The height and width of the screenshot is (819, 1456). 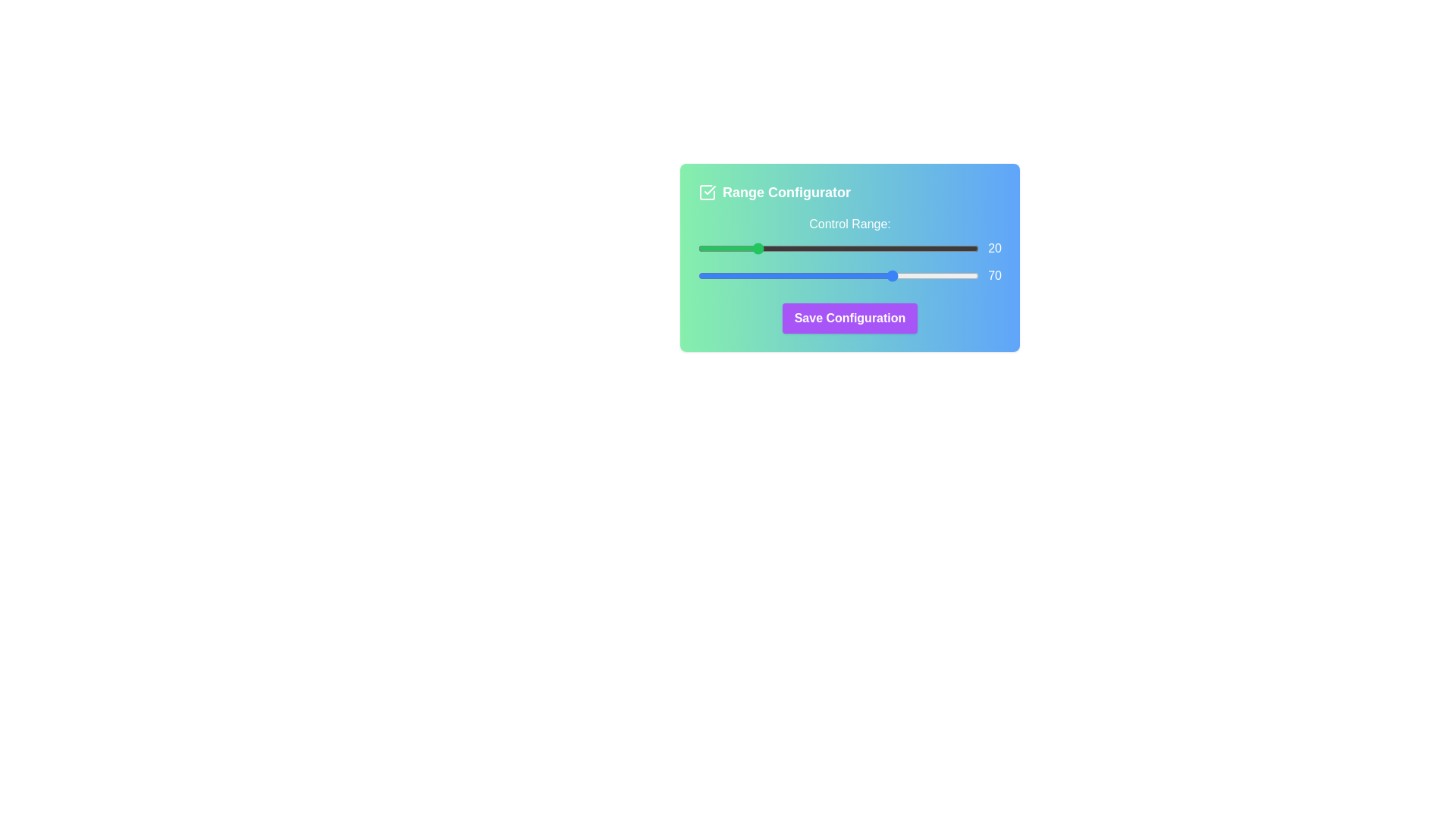 What do you see at coordinates (889, 247) in the screenshot?
I see `the start range slider to set the value to 68` at bounding box center [889, 247].